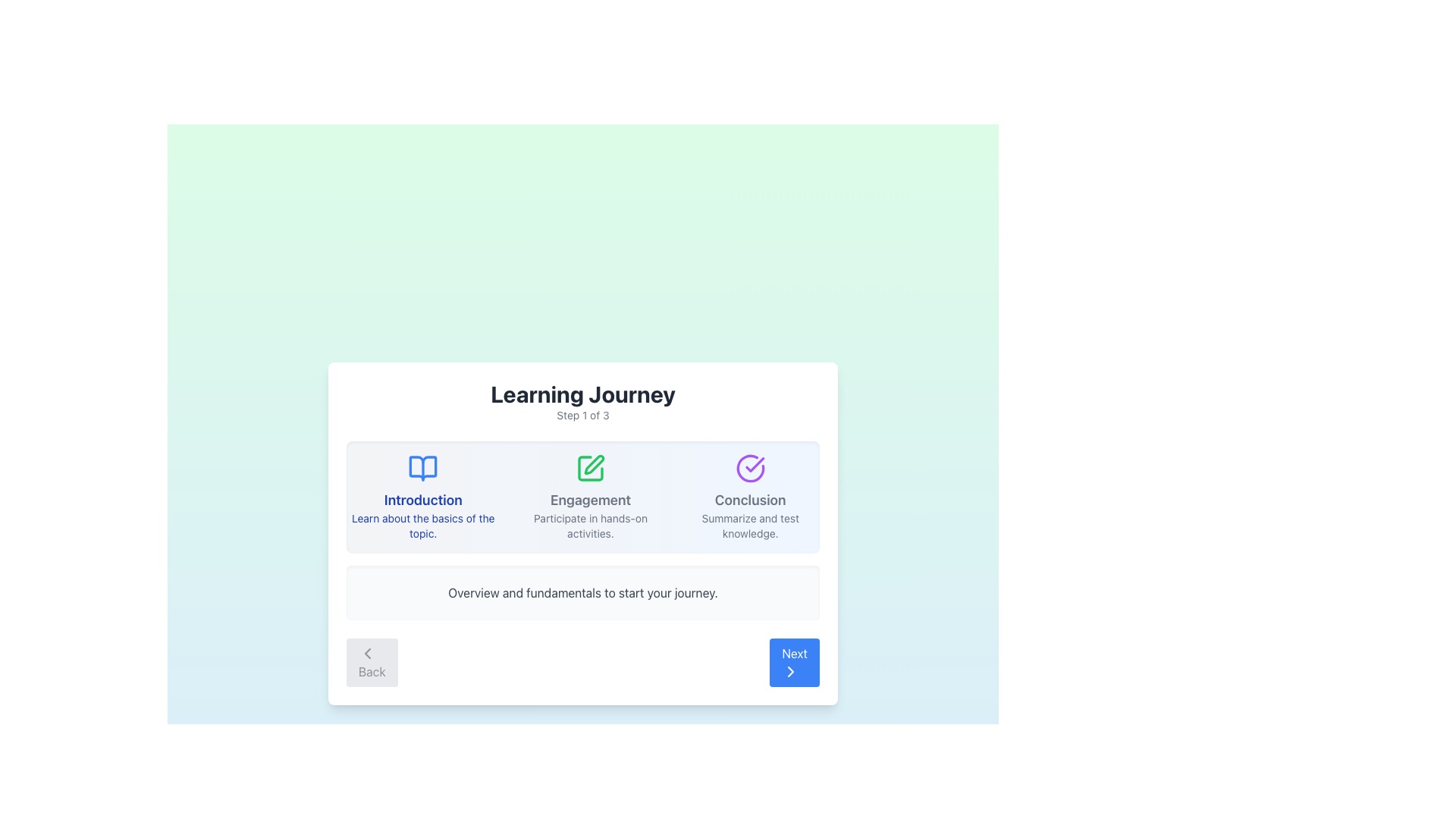 This screenshot has width=1456, height=819. I want to click on the learning journey icon located above the 'Introduction' section title on the leftmost side among three columns, so click(423, 467).